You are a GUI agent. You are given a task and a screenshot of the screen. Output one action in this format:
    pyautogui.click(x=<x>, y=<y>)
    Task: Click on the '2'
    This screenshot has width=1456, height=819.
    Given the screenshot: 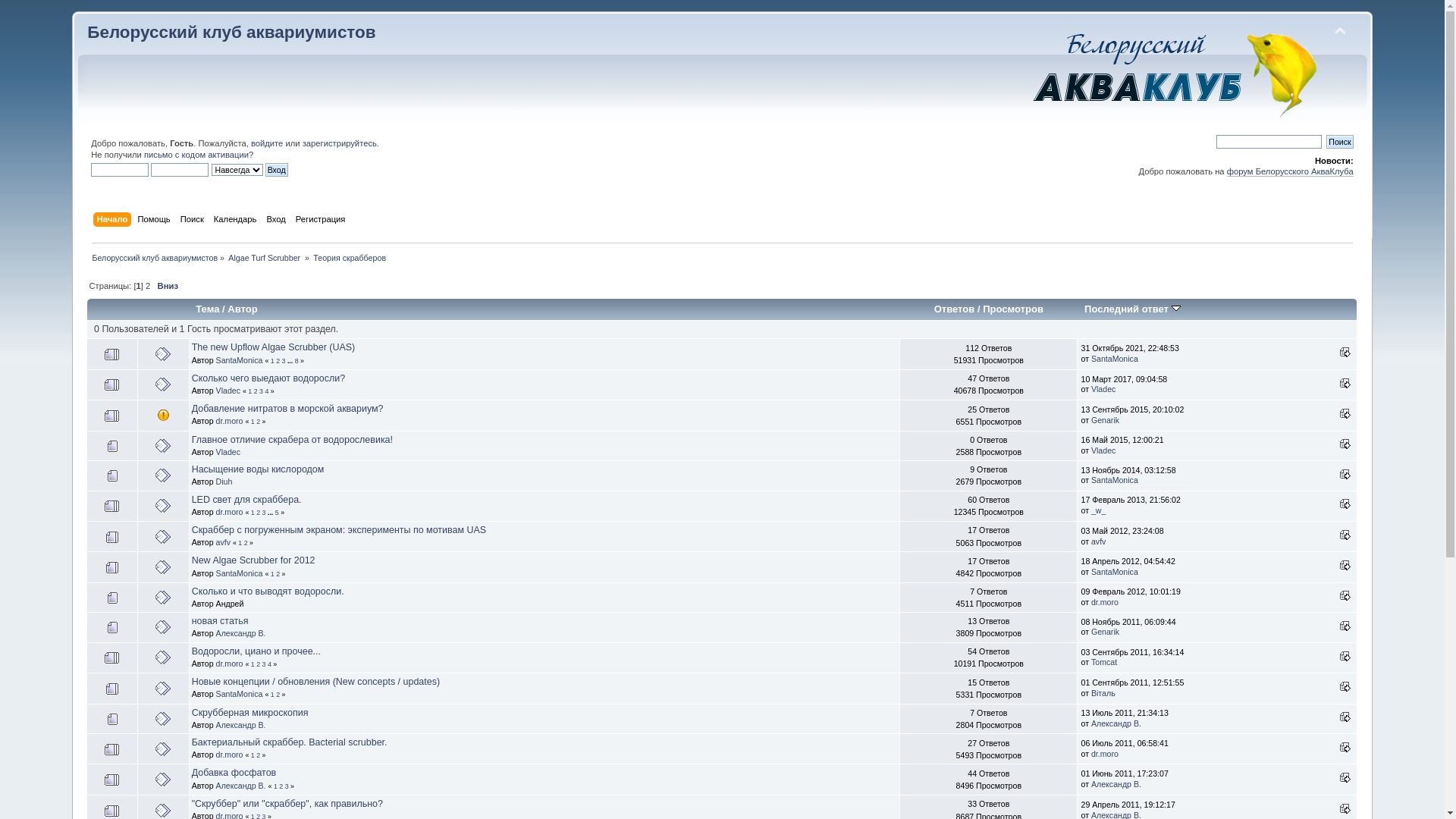 What is the action you would take?
    pyautogui.click(x=258, y=512)
    